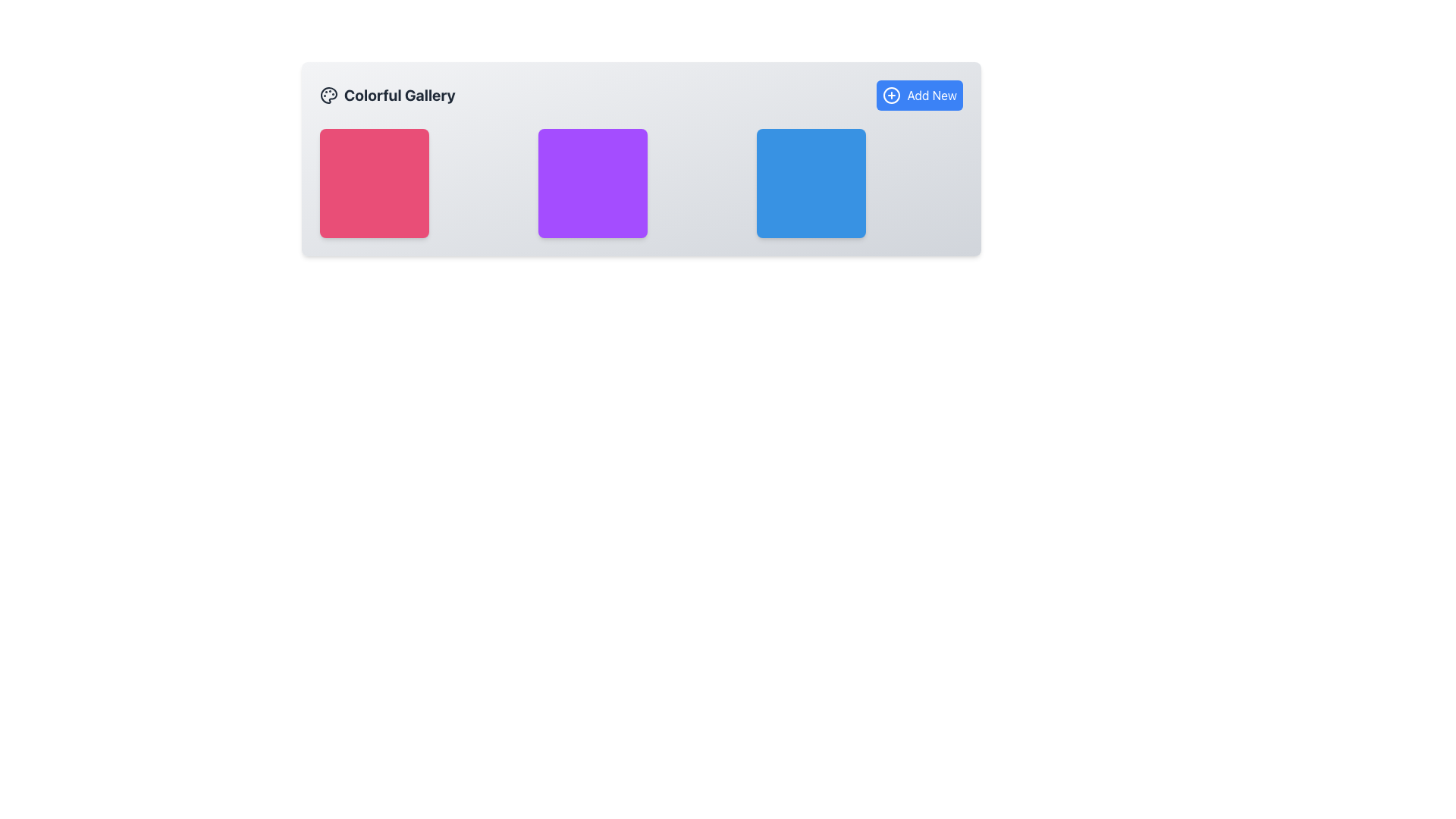 The height and width of the screenshot is (819, 1456). Describe the element at coordinates (641, 183) in the screenshot. I see `the second square graphic box in the grid` at that location.